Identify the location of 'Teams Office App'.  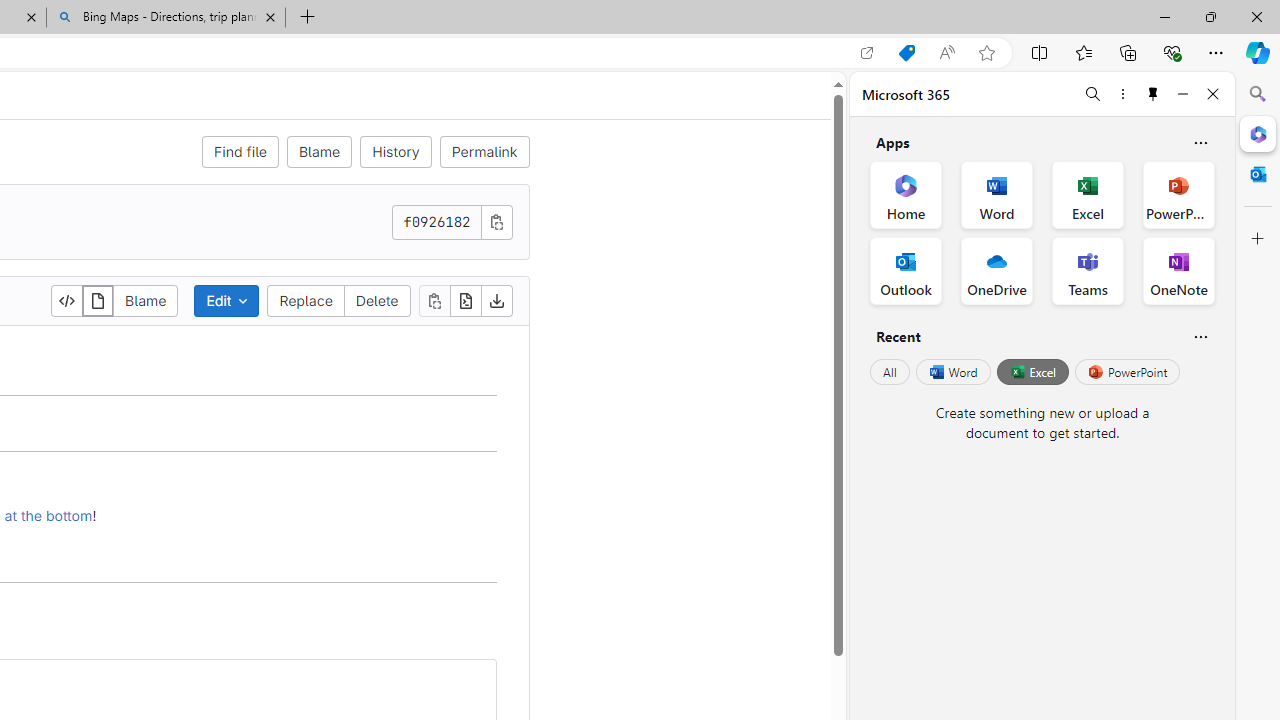
(1087, 271).